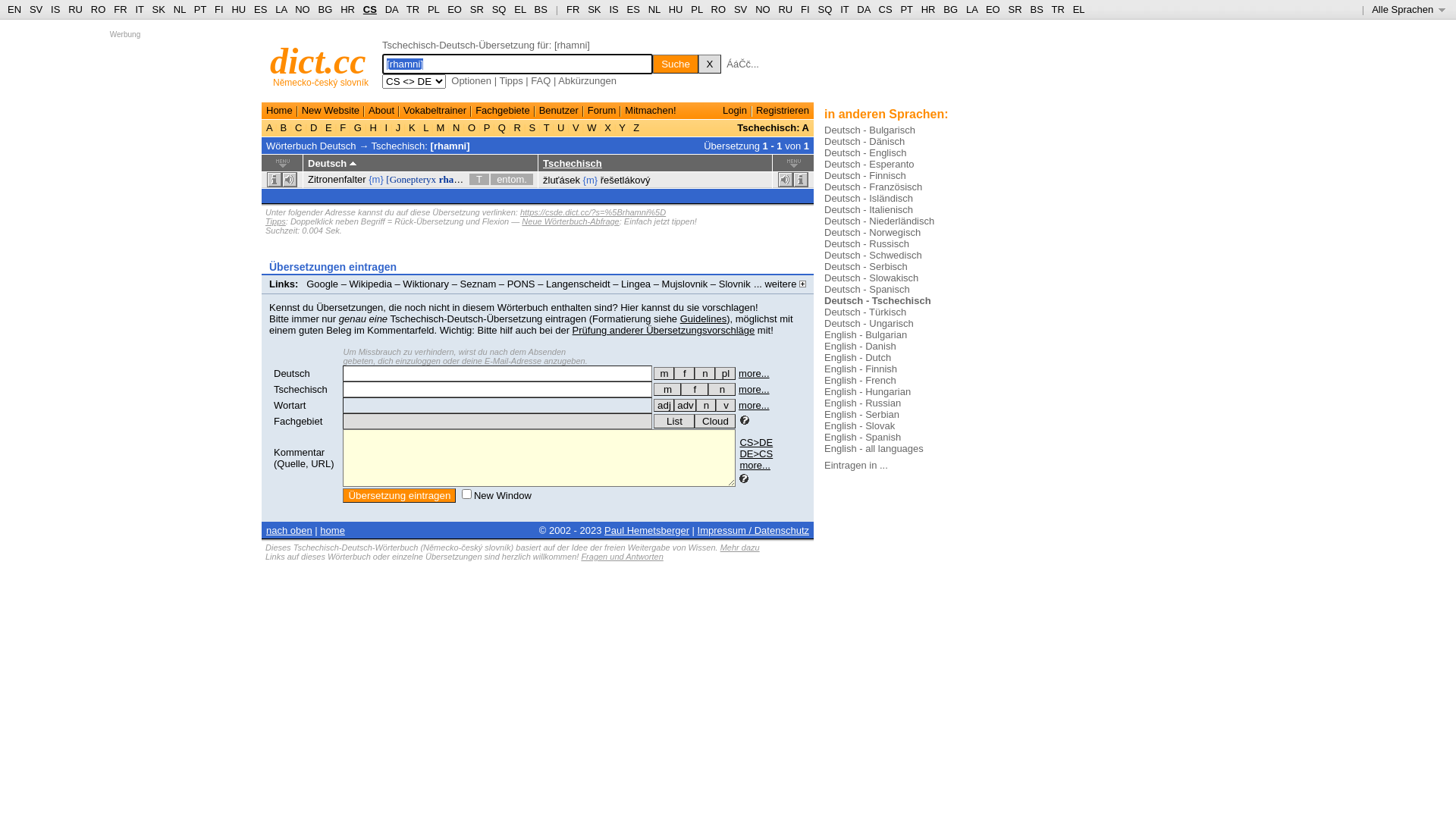 This screenshot has width=1456, height=819. What do you see at coordinates (74, 9) in the screenshot?
I see `'RU'` at bounding box center [74, 9].